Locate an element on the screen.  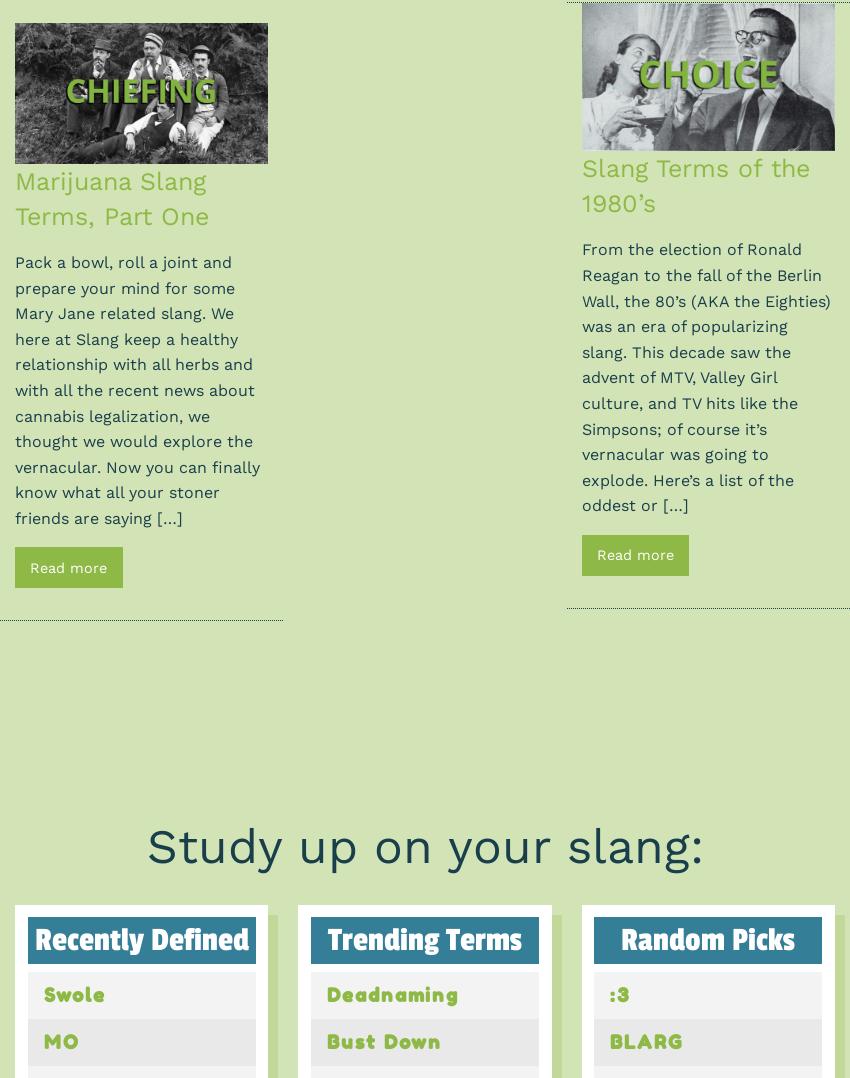
'Random Picks' is located at coordinates (706, 939).